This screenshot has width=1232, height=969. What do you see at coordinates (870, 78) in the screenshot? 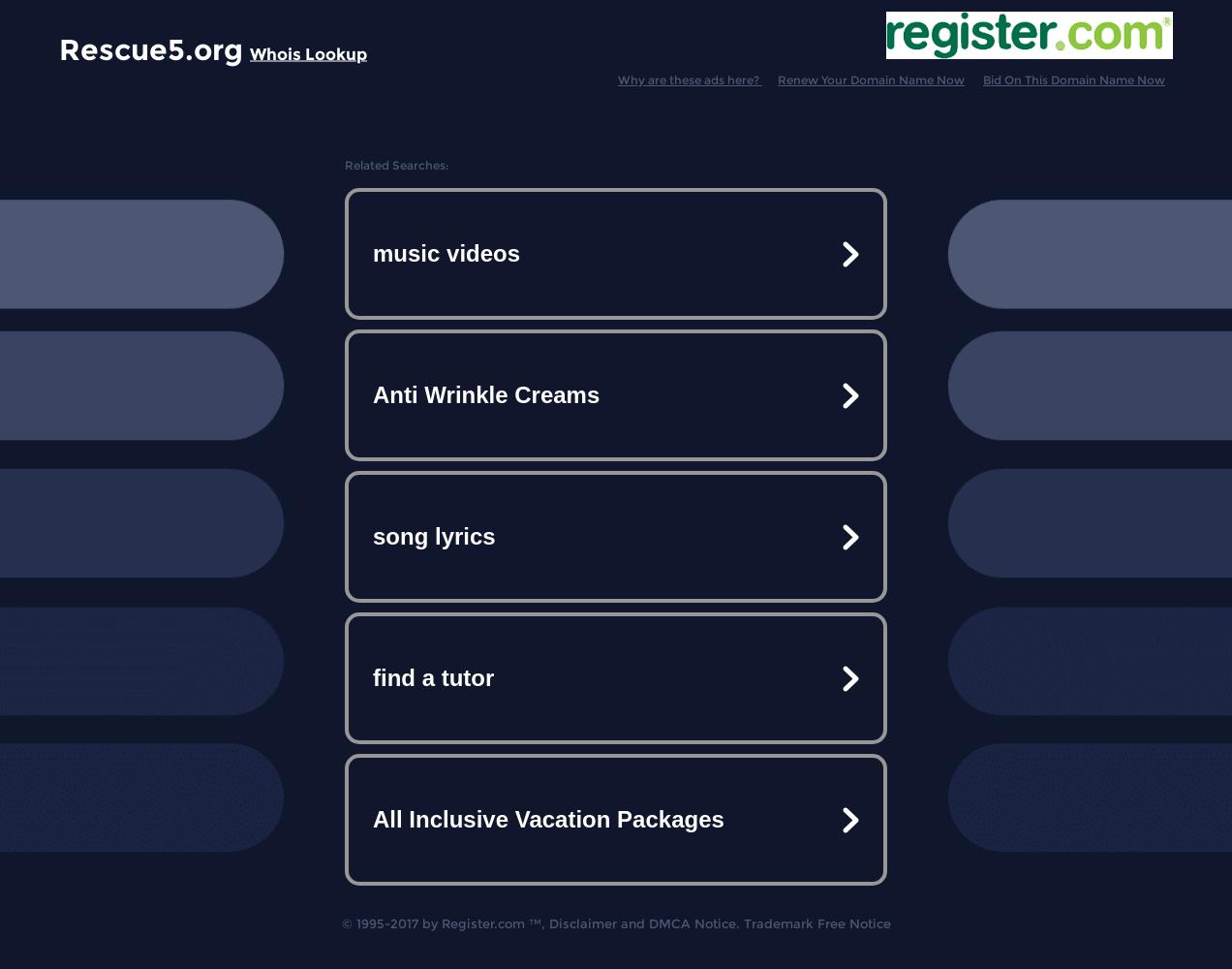
I see `'Renew Your Domain Name Now'` at bounding box center [870, 78].